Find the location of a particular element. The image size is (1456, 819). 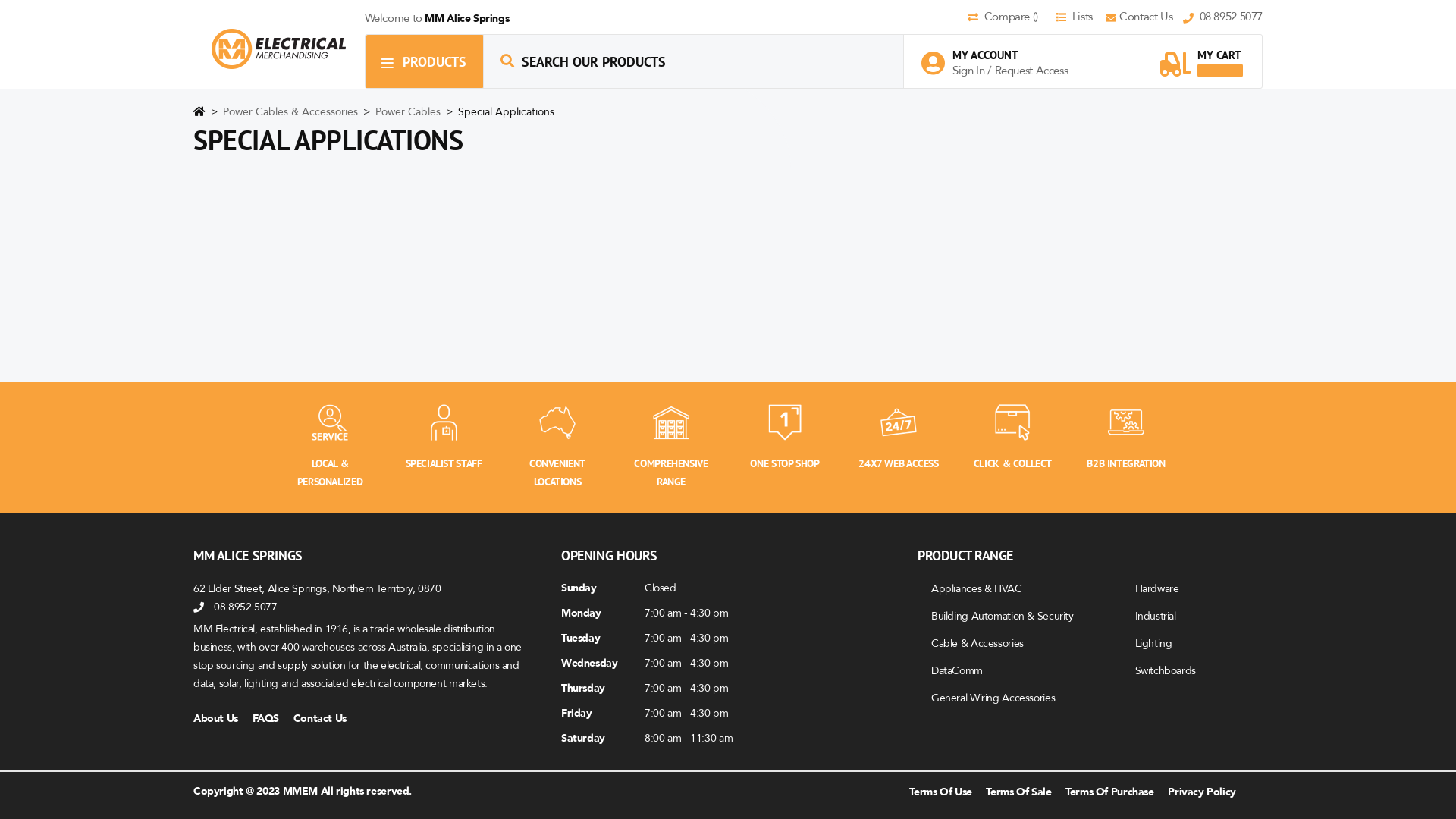

'Search' is located at coordinates (507, 60).